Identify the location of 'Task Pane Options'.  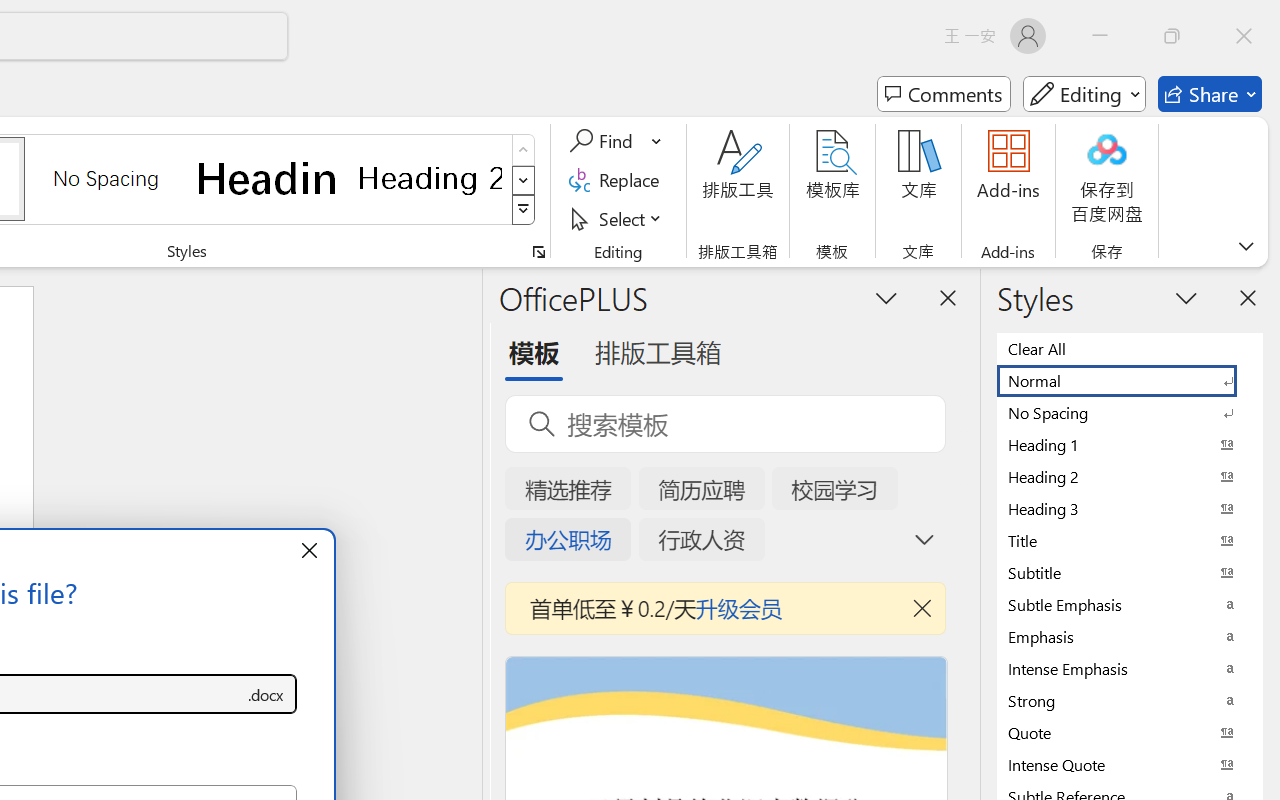
(886, 297).